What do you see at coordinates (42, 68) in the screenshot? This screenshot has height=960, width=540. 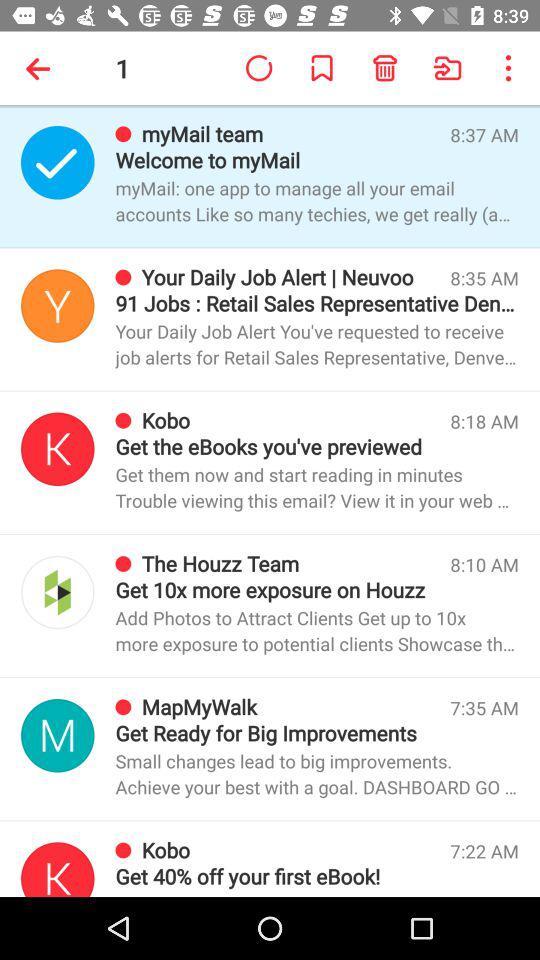 I see `app next to the 1 item` at bounding box center [42, 68].